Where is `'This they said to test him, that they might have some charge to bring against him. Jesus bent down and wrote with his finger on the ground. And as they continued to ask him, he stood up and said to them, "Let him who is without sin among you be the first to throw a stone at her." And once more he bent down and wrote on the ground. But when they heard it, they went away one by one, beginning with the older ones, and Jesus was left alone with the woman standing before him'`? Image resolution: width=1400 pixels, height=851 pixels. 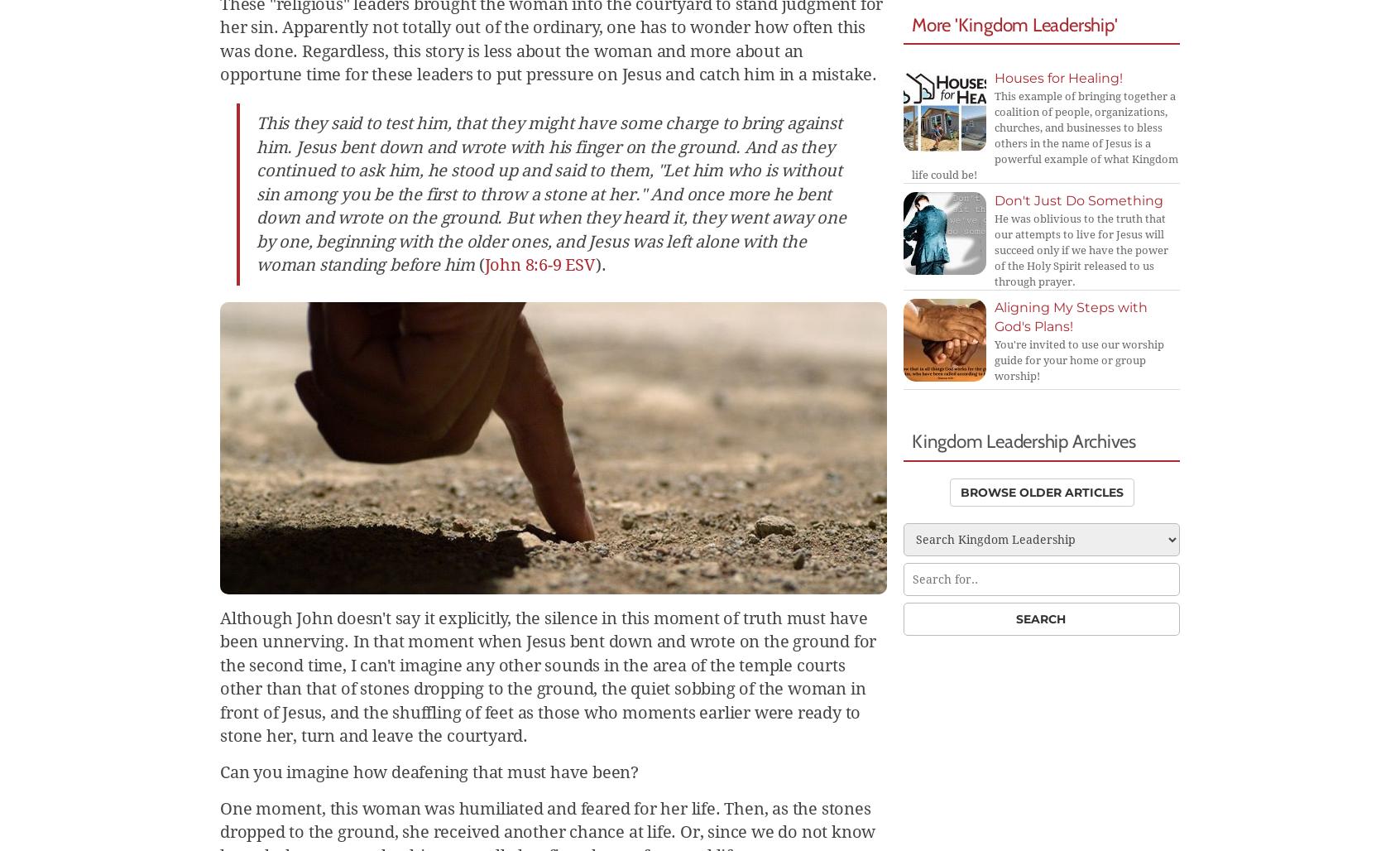
'This they said to test him, that they might have some charge to bring against him. Jesus bent down and wrote with his finger on the ground. And as they continued to ask him, he stood up and said to them, "Let him who is without sin among you be the first to throw a stone at her." And once more he bent down and wrote on the ground. But when they heard it, they went away one by one, beginning with the older ones, and Jesus was left alone with the woman standing before him' is located at coordinates (550, 193).